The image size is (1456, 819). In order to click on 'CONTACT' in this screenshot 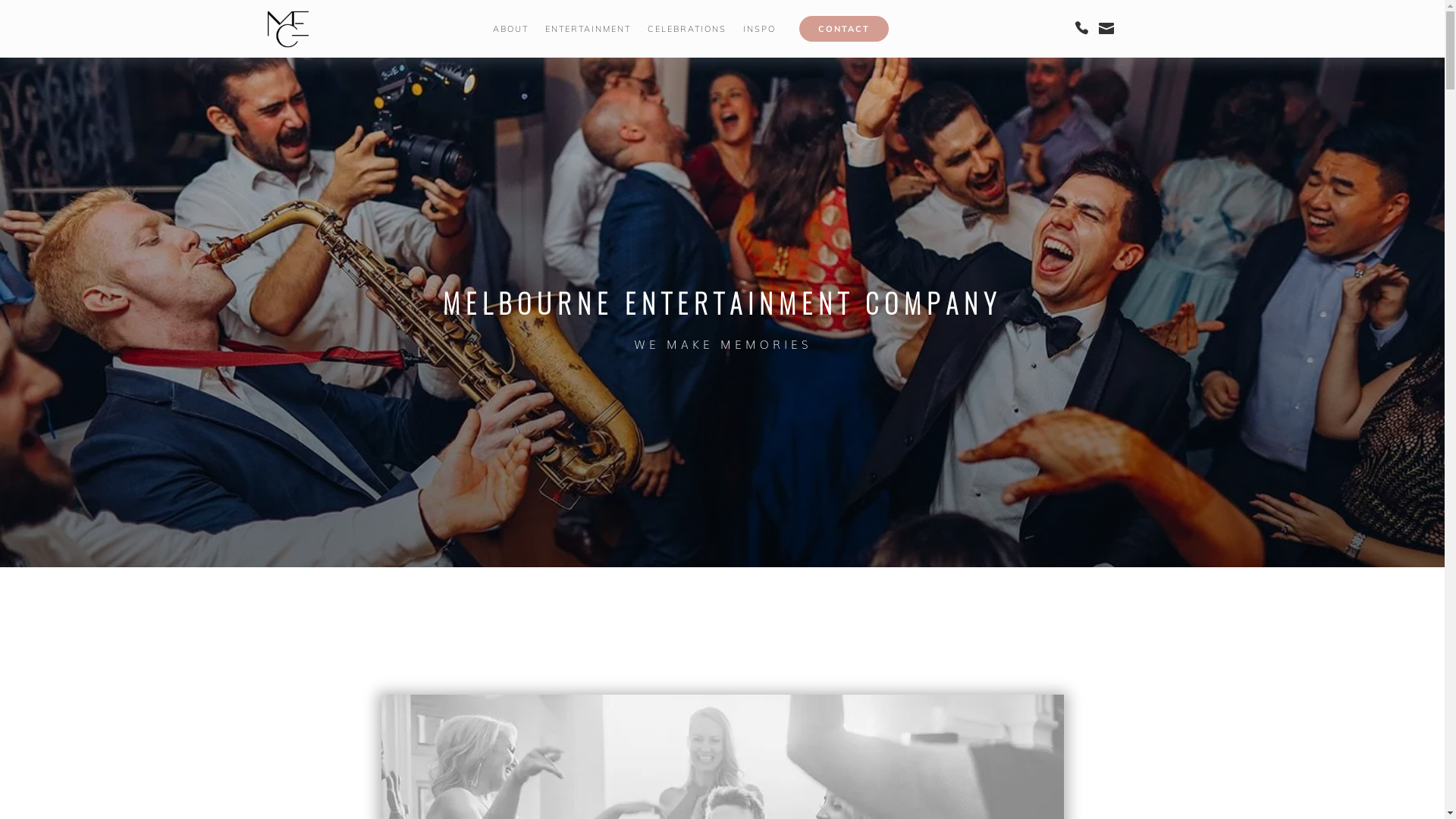, I will do `click(843, 29)`.